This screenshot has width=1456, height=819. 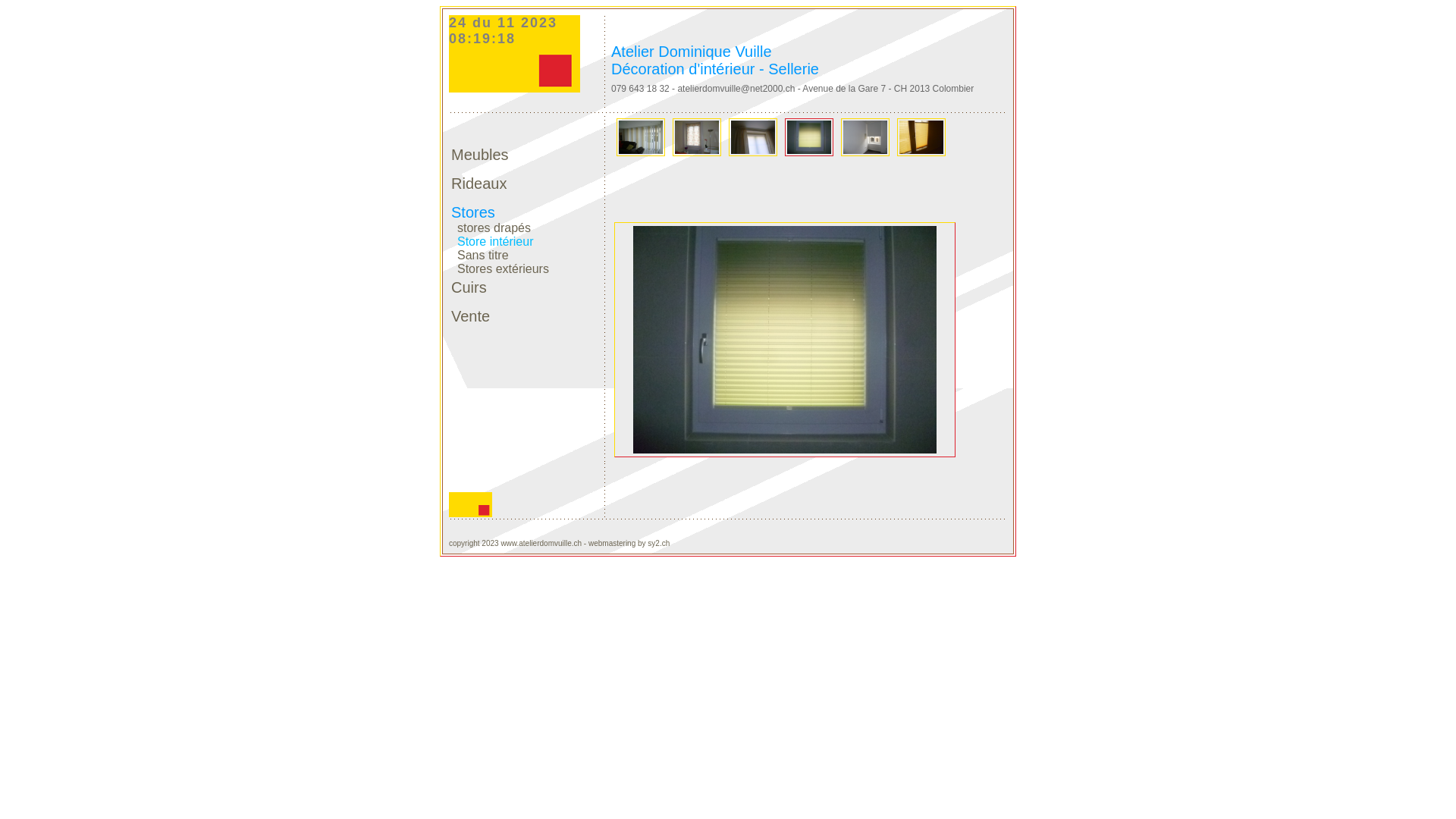 What do you see at coordinates (450, 315) in the screenshot?
I see `'Vente'` at bounding box center [450, 315].